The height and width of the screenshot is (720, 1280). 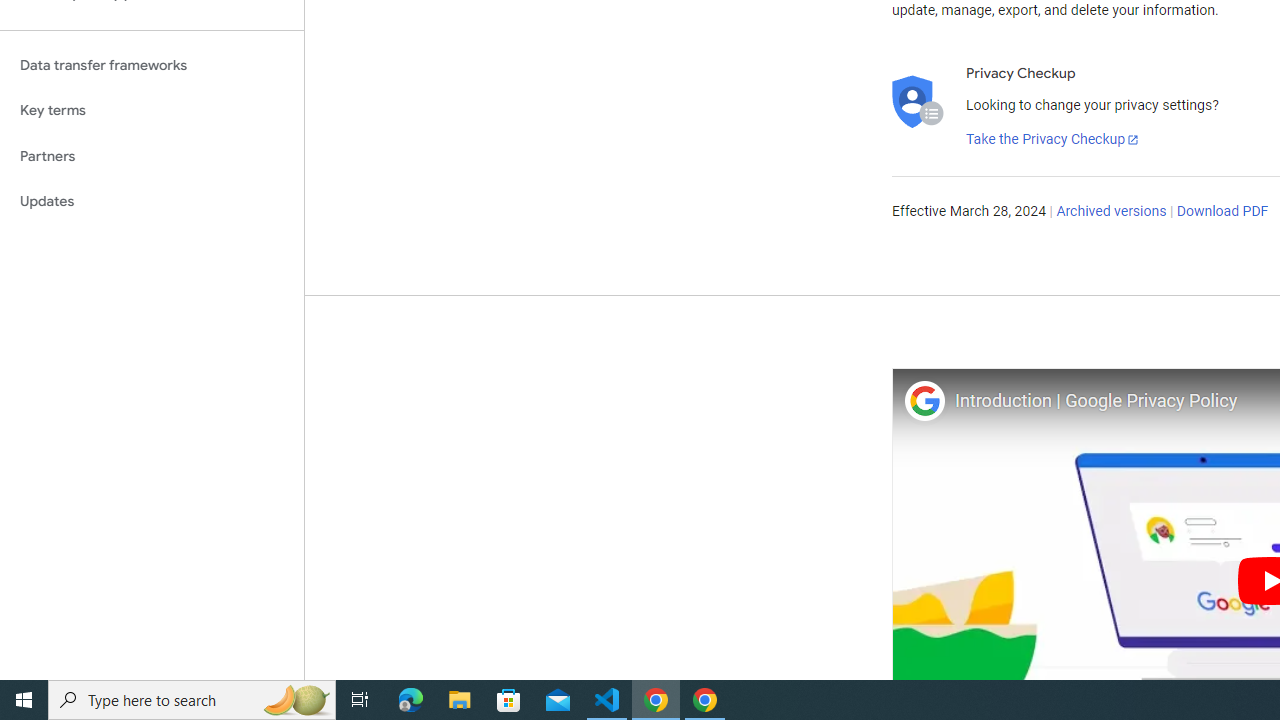 I want to click on 'Take the Privacy Checkup', so click(x=1052, y=139).